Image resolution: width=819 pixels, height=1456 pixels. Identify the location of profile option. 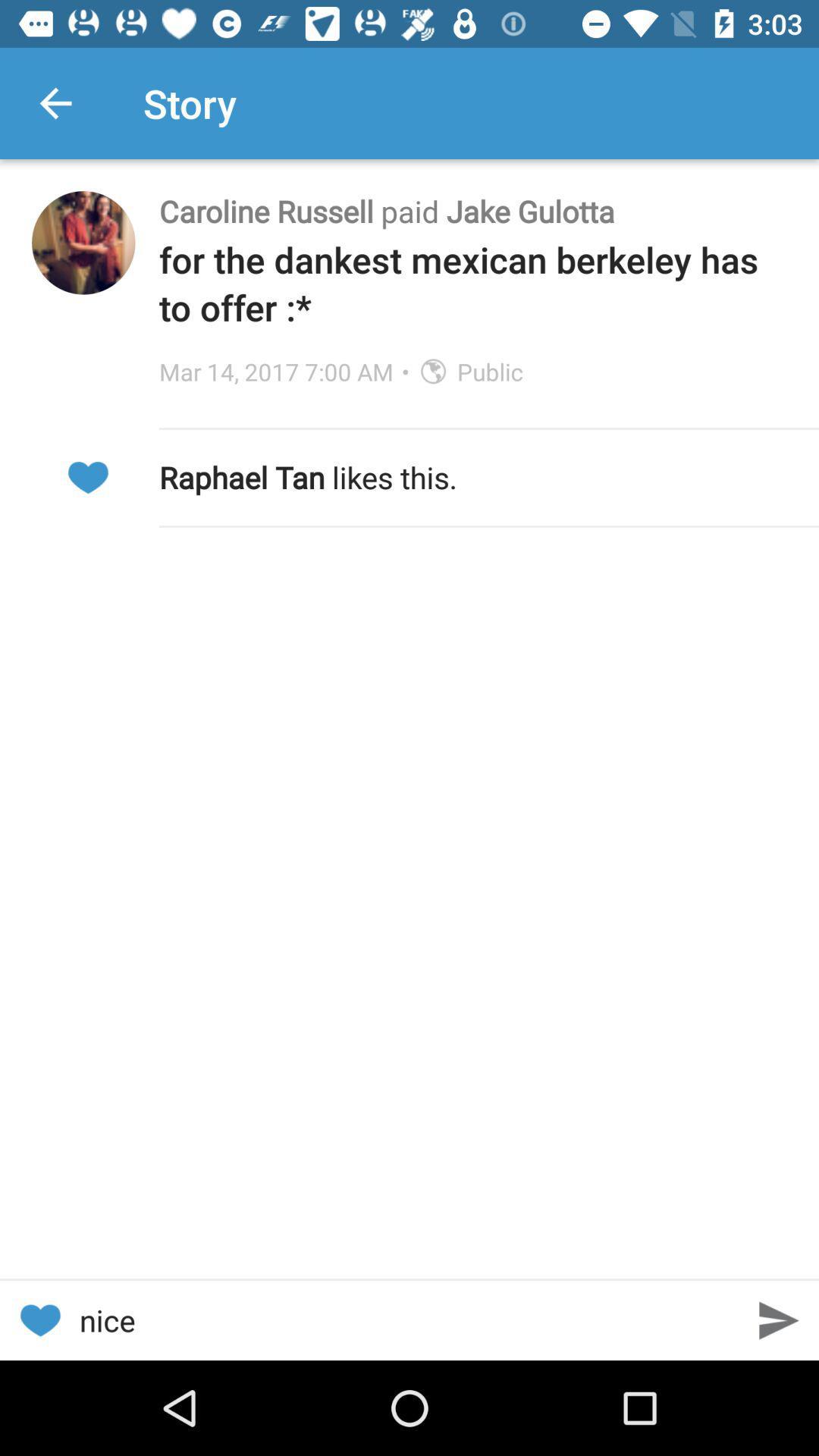
(83, 243).